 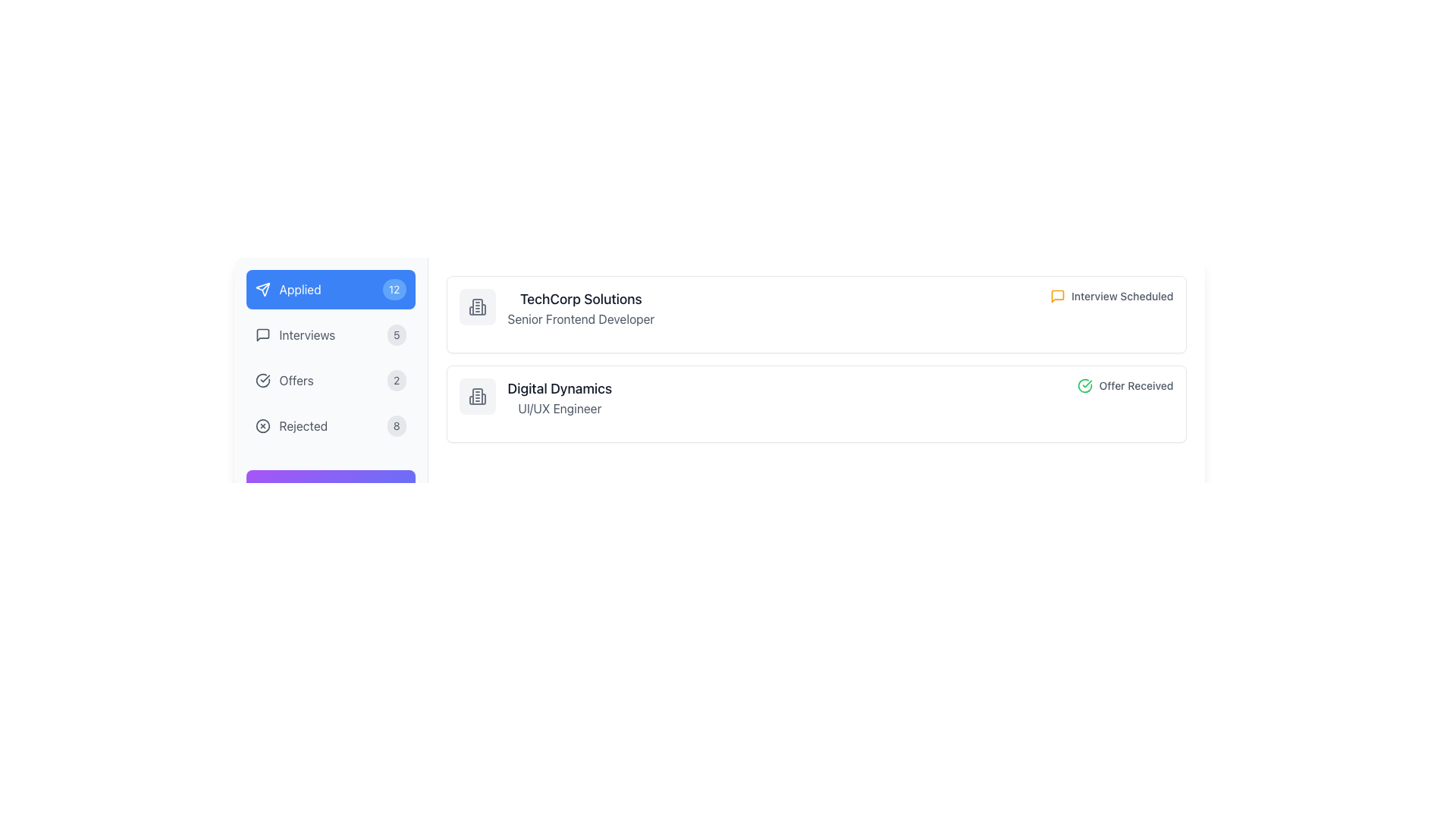 What do you see at coordinates (559, 397) in the screenshot?
I see `the informational text display showing the company name and job title located in the second card of the job applications list, next to the building icon and under 'TechCorp Solutions'` at bounding box center [559, 397].